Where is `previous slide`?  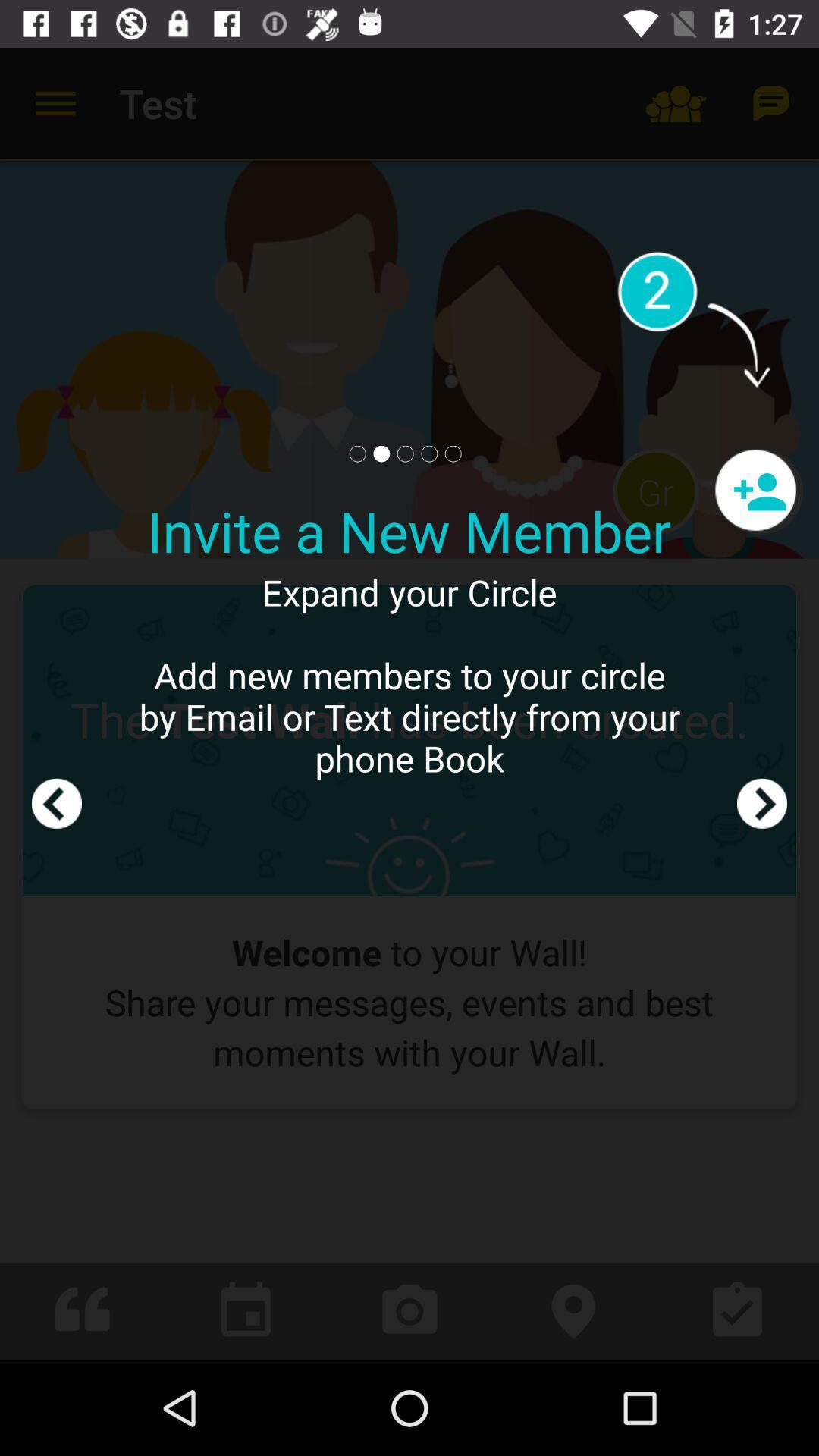 previous slide is located at coordinates (55, 703).